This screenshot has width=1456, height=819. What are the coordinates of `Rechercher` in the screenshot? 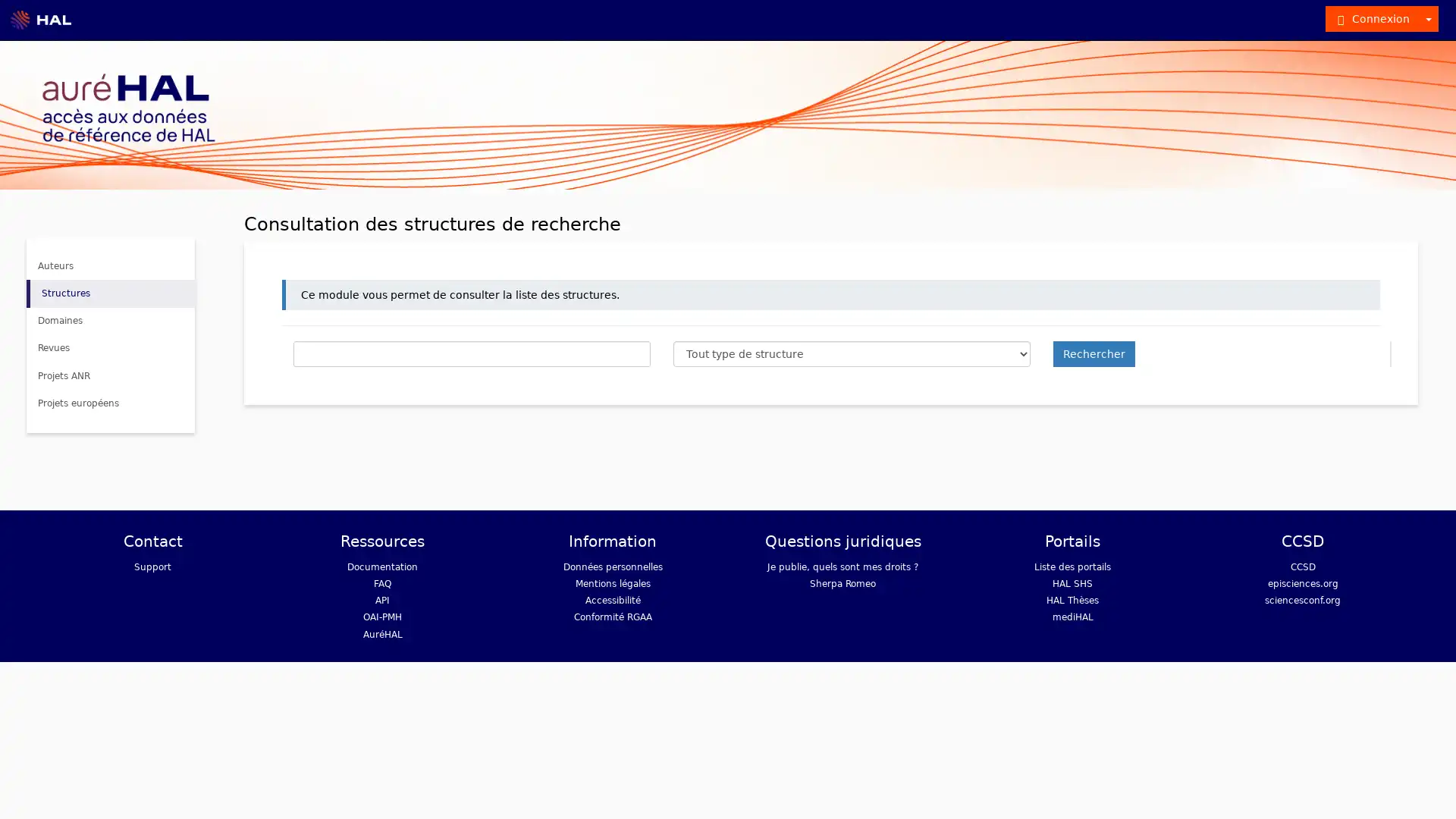 It's located at (1093, 353).